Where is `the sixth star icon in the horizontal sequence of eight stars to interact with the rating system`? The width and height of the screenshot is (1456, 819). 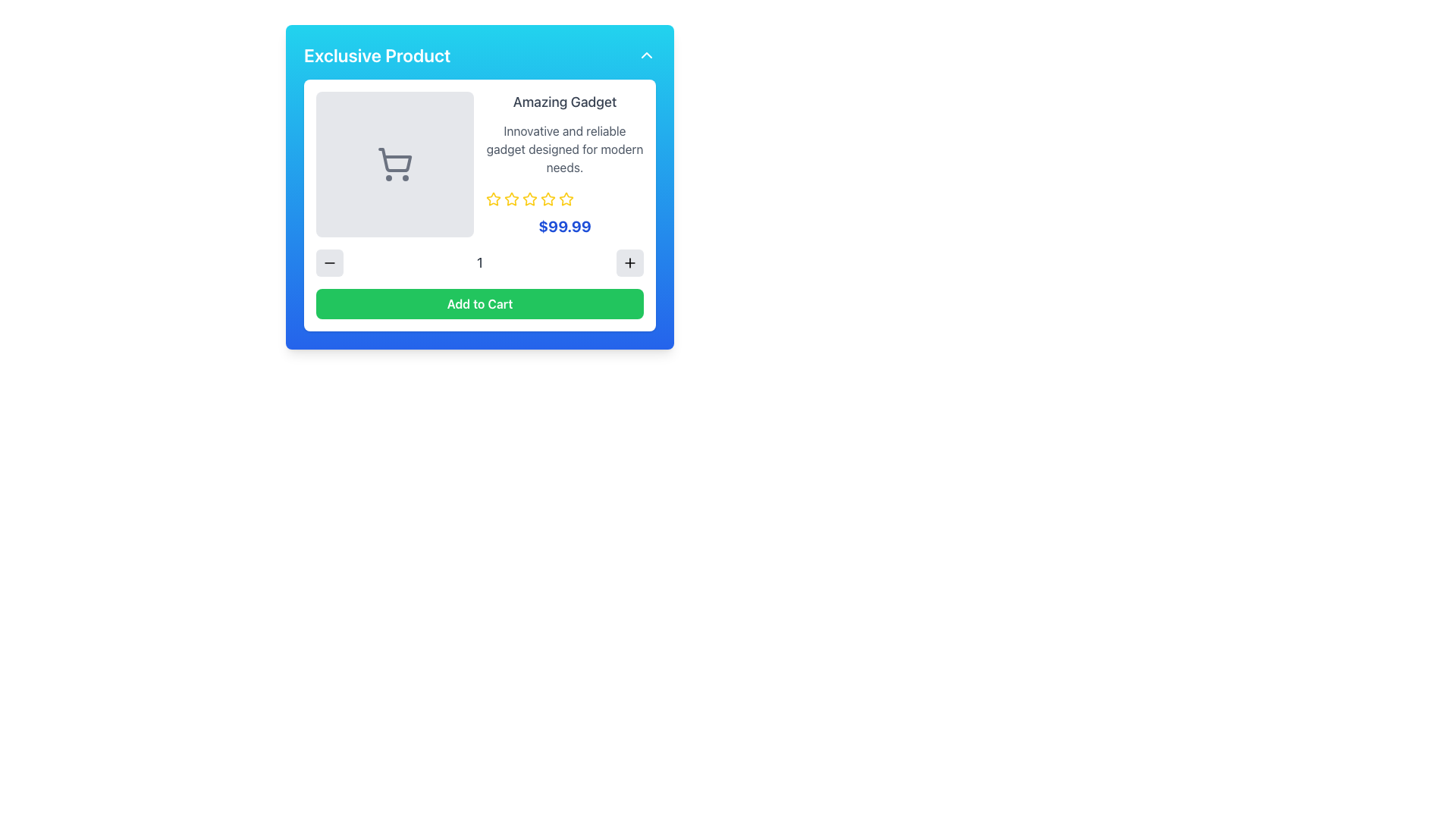
the sixth star icon in the horizontal sequence of eight stars to interact with the rating system is located at coordinates (548, 198).